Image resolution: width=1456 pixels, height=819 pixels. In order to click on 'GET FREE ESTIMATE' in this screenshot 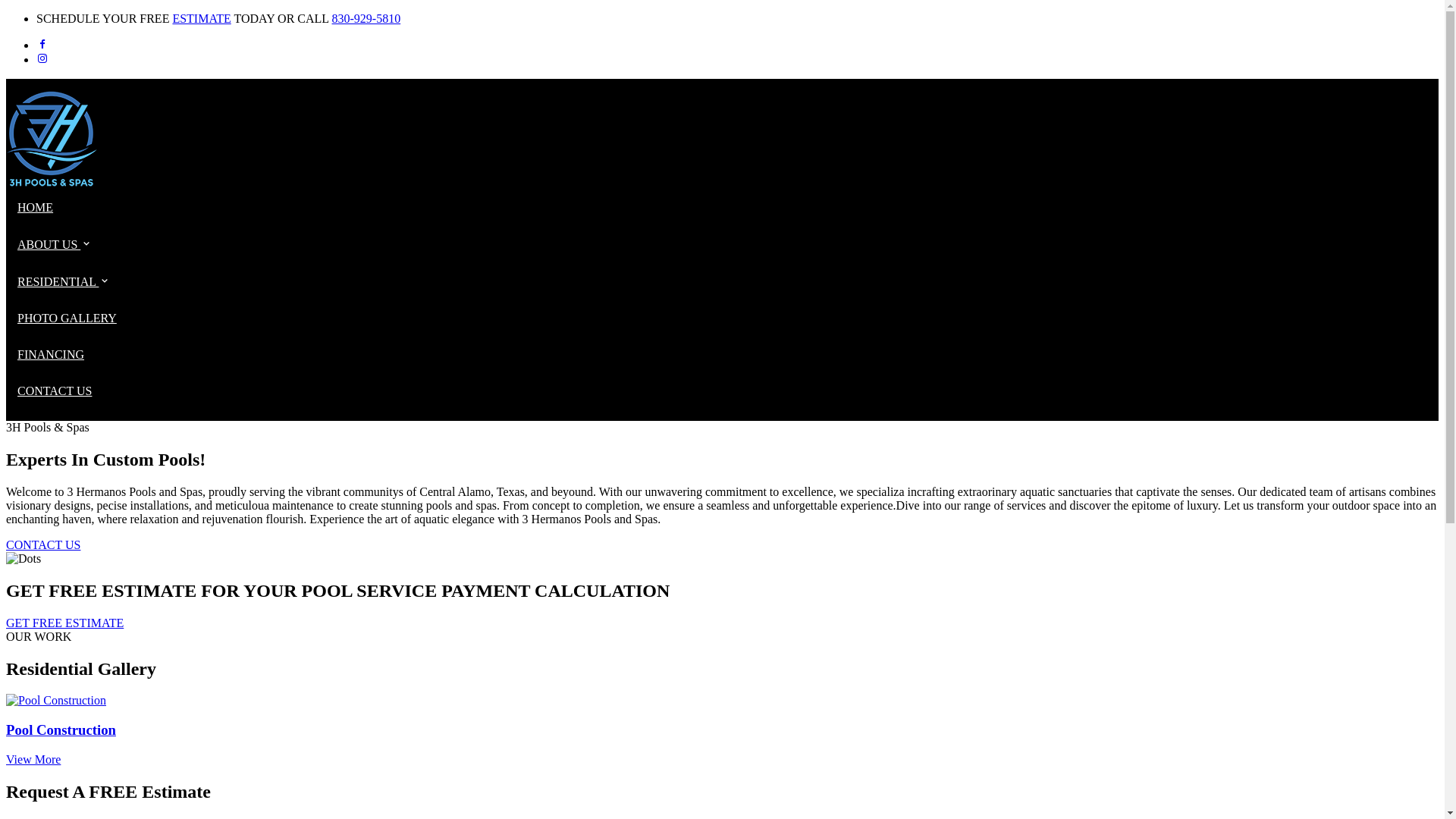, I will do `click(64, 623)`.